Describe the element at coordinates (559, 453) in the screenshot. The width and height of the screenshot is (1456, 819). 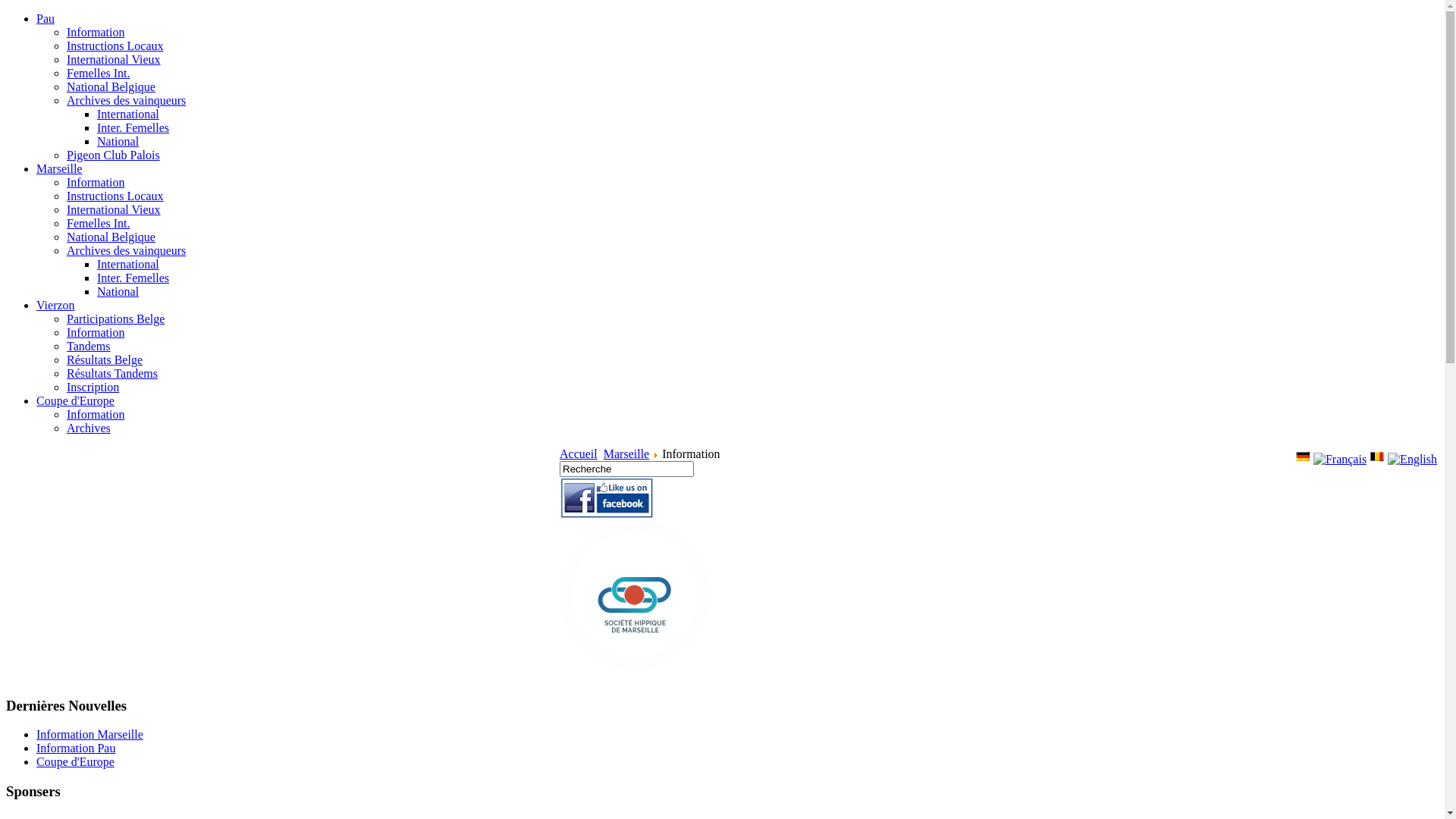
I see `'Accueil'` at that location.